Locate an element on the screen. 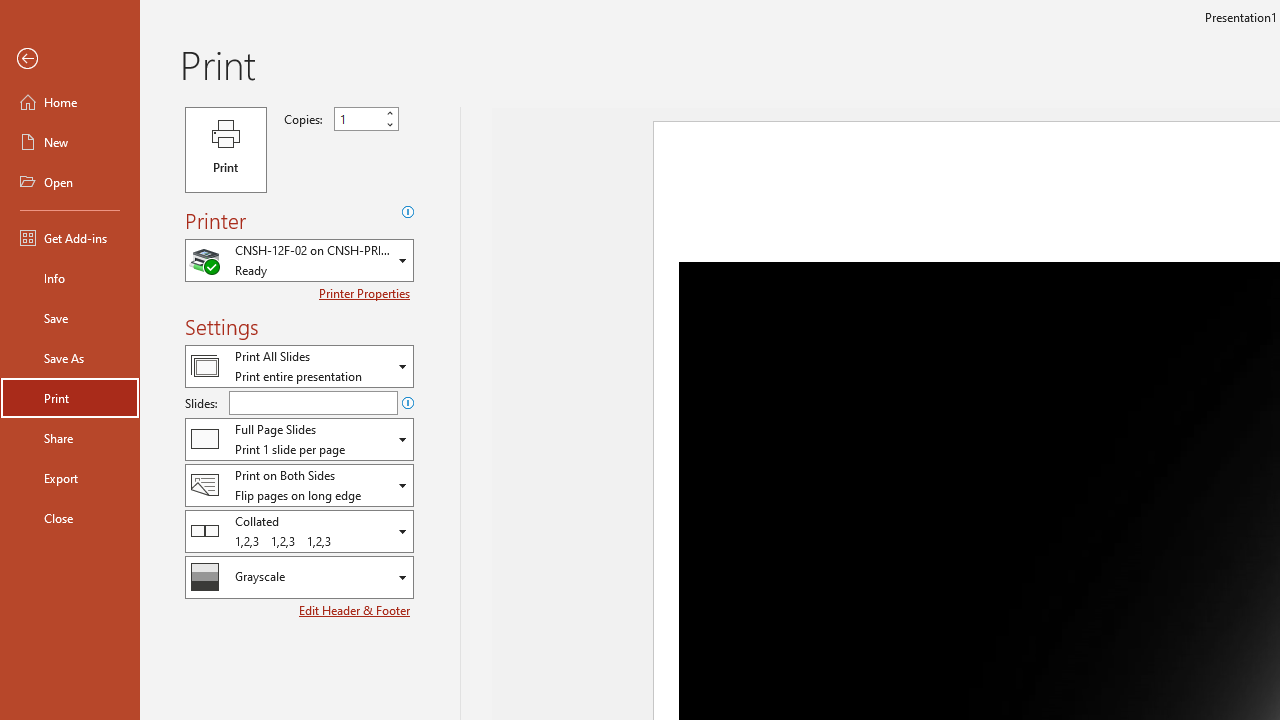 Image resolution: width=1280 pixels, height=720 pixels. 'Save' is located at coordinates (69, 316).